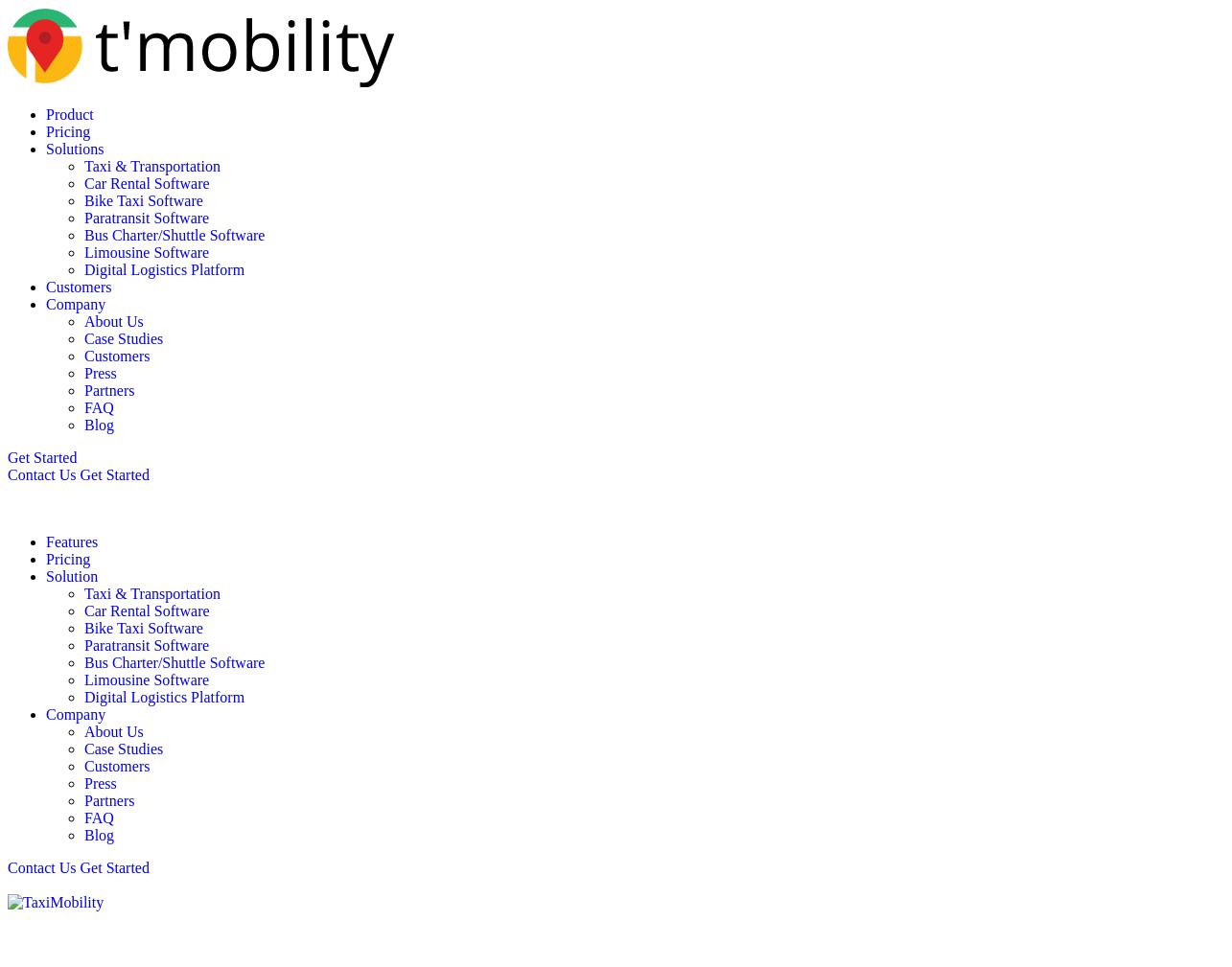  Describe the element at coordinates (69, 113) in the screenshot. I see `'Product'` at that location.